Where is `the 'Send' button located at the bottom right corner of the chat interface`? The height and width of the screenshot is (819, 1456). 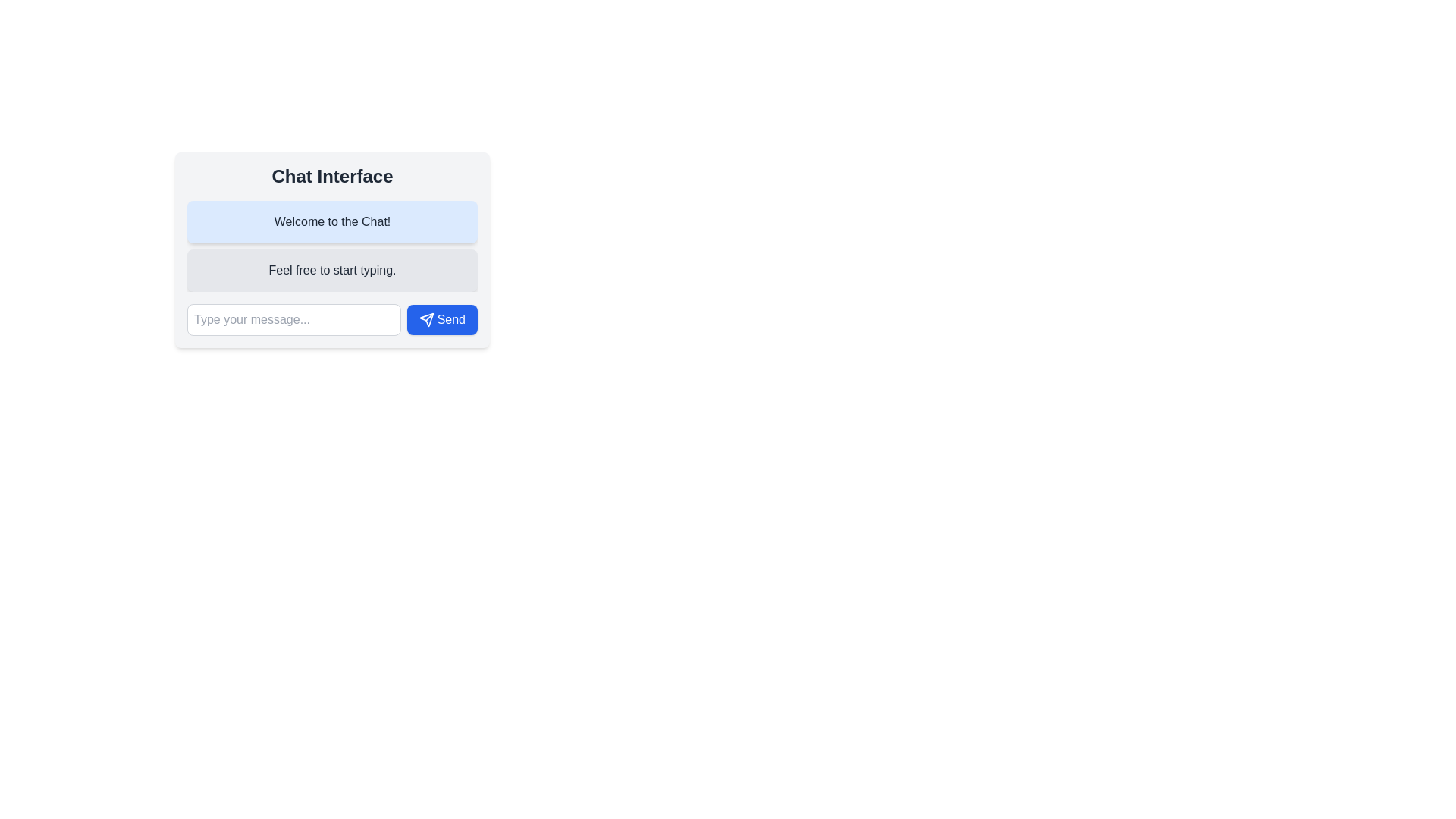 the 'Send' button located at the bottom right corner of the chat interface is located at coordinates (441, 318).